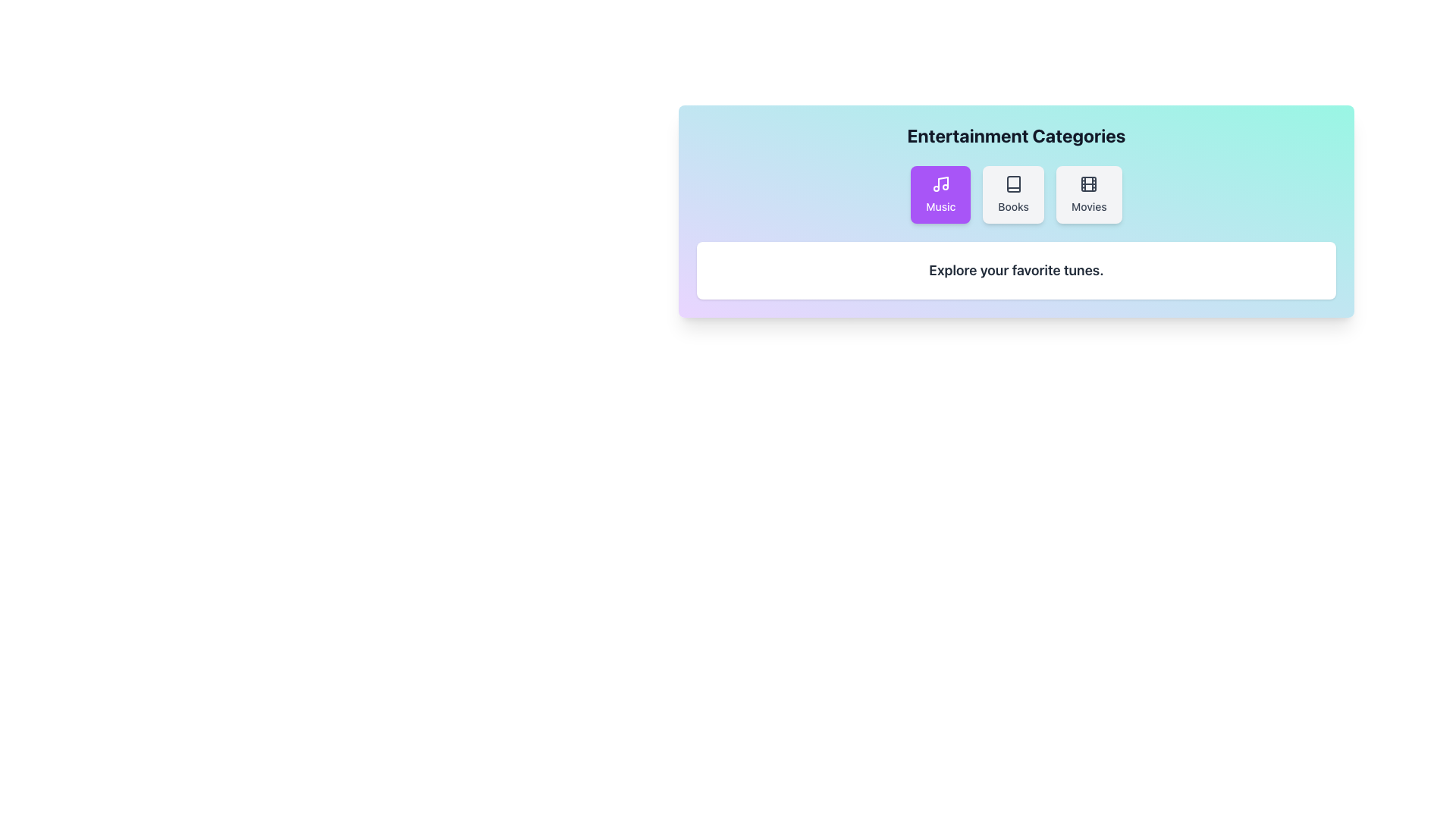 This screenshot has width=1456, height=819. Describe the element at coordinates (1088, 184) in the screenshot. I see `the film icon located in the center of the 'Movies' section within the 'Entertainment Categories' row to associate it with the Movies section` at that location.